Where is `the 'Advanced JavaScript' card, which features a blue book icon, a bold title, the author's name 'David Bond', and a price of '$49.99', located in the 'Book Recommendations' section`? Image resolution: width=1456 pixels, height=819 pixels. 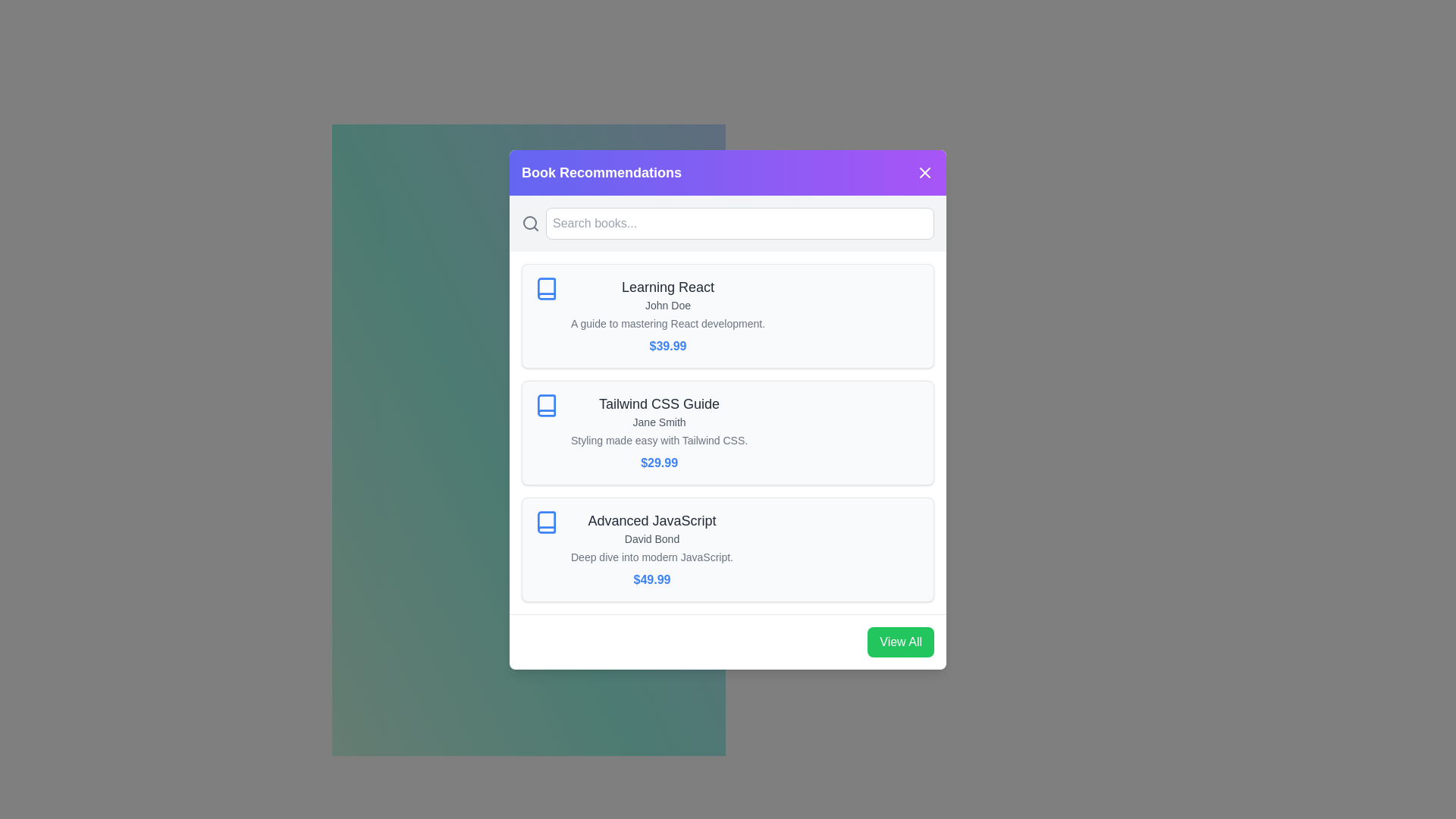
the 'Advanced JavaScript' card, which features a blue book icon, a bold title, the author's name 'David Bond', and a price of '$49.99', located in the 'Book Recommendations' section is located at coordinates (728, 549).